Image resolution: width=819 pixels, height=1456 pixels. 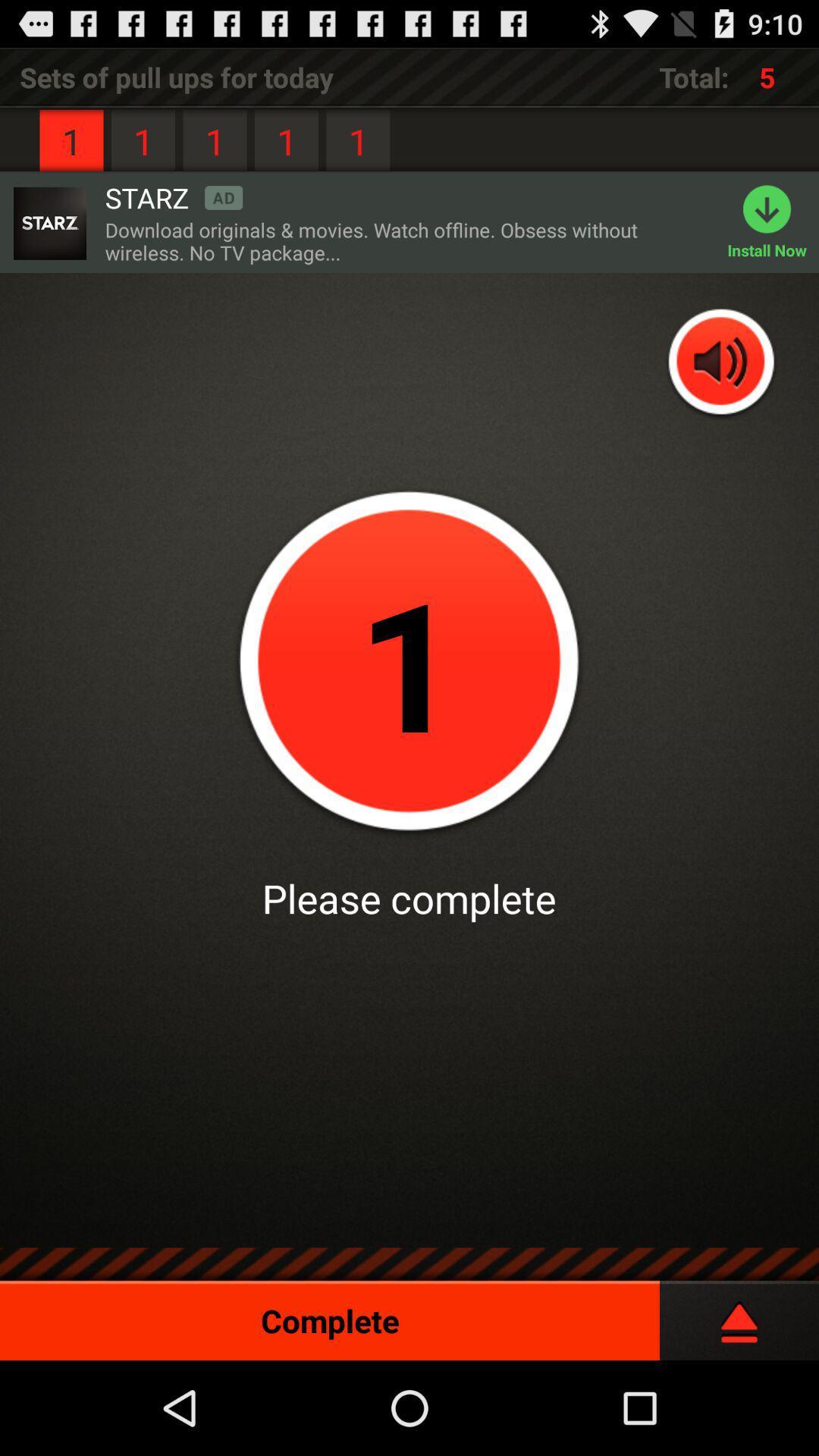 I want to click on the app to the left of the starz icon, so click(x=49, y=222).